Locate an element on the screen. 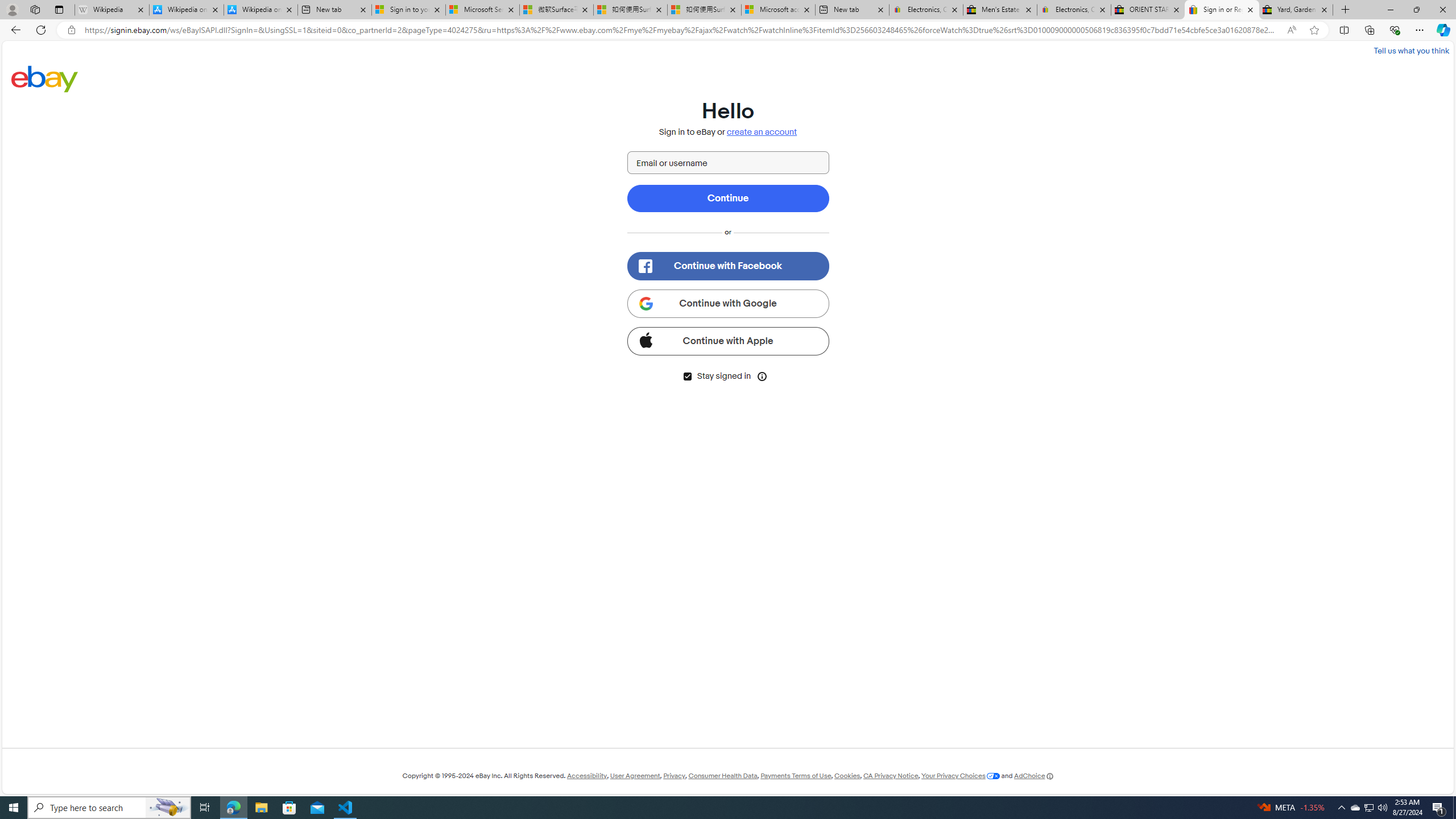 The height and width of the screenshot is (819, 1456). 'Accessibility' is located at coordinates (586, 775).